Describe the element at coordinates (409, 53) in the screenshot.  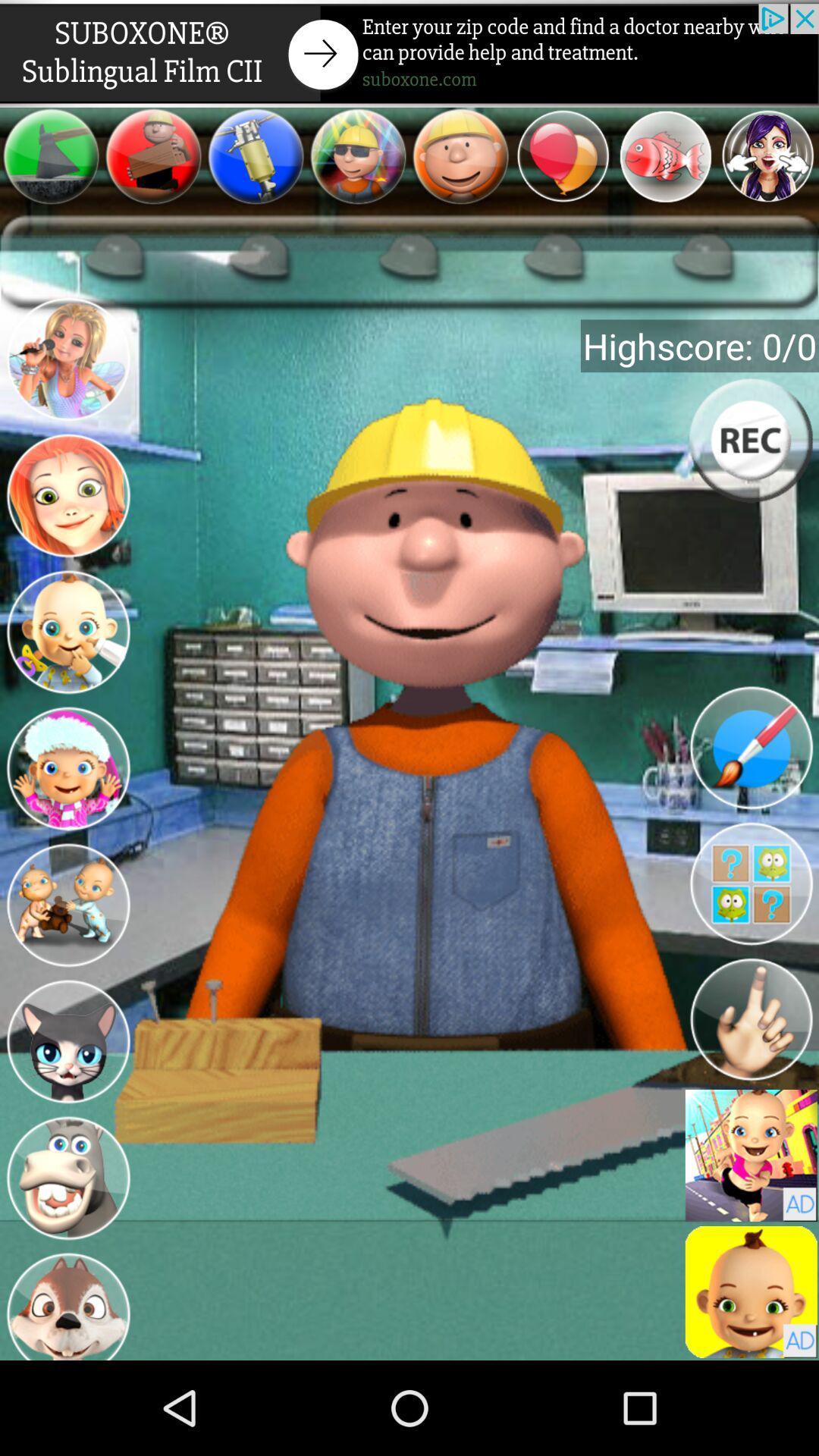
I see `site` at that location.